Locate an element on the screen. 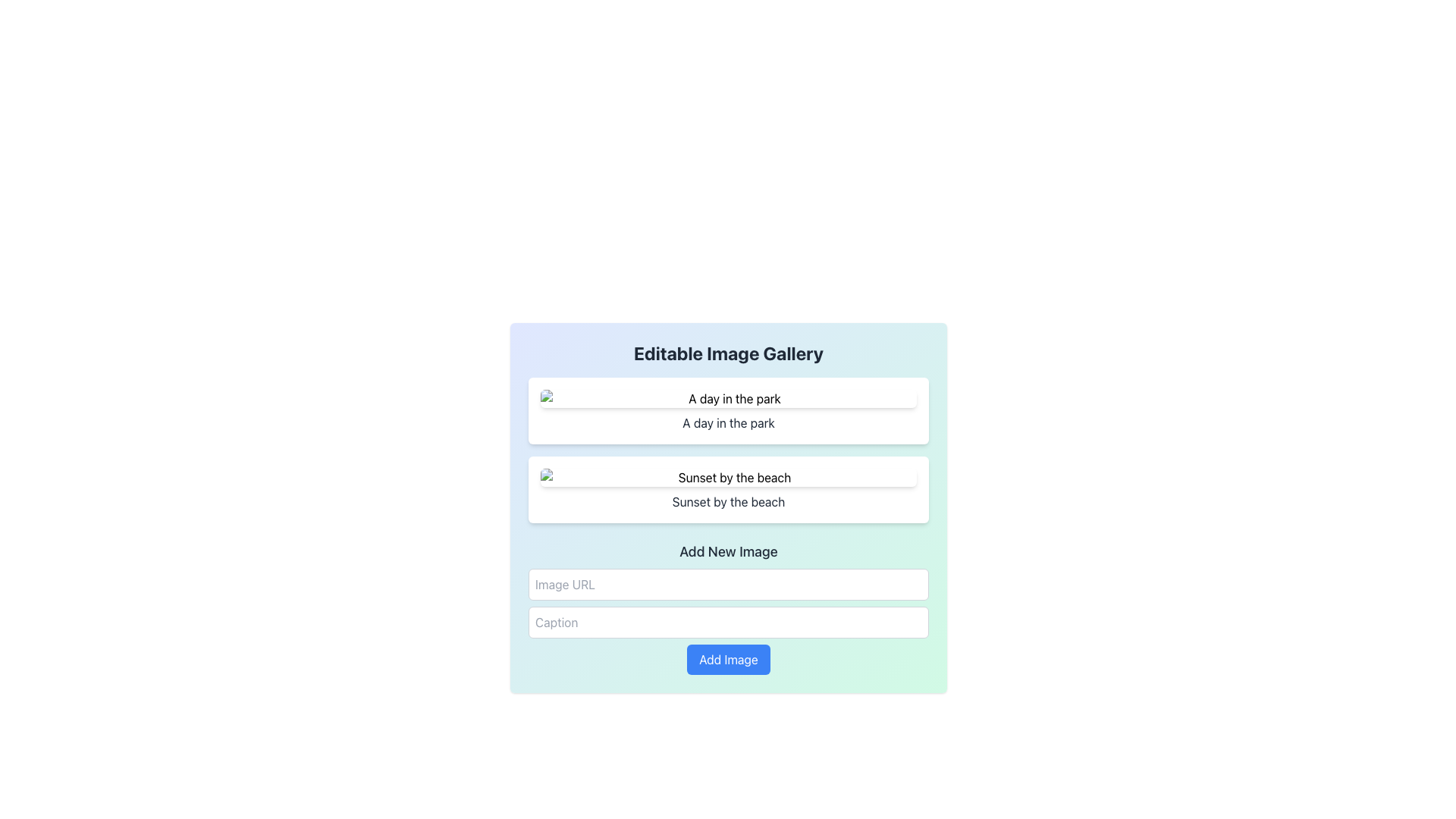 The height and width of the screenshot is (819, 1456). the rectangular image placeholder with a rounded border and shadow effect in the editable image gallery interface is located at coordinates (728, 397).